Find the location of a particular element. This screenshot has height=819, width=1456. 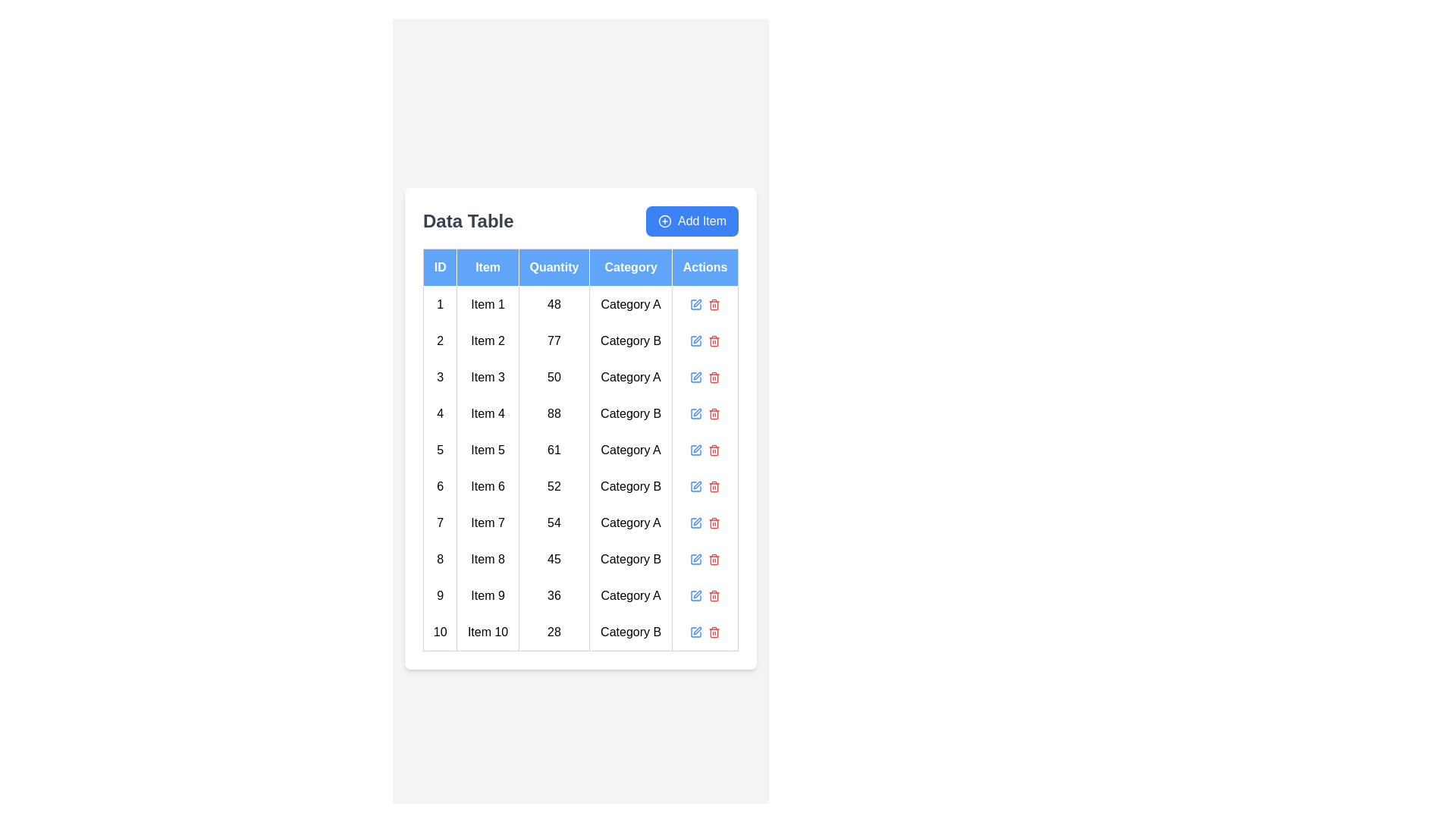

the text label displaying 'Category A', which is part of the table in the 'Category' column associated with 'Item 7' is located at coordinates (631, 522).